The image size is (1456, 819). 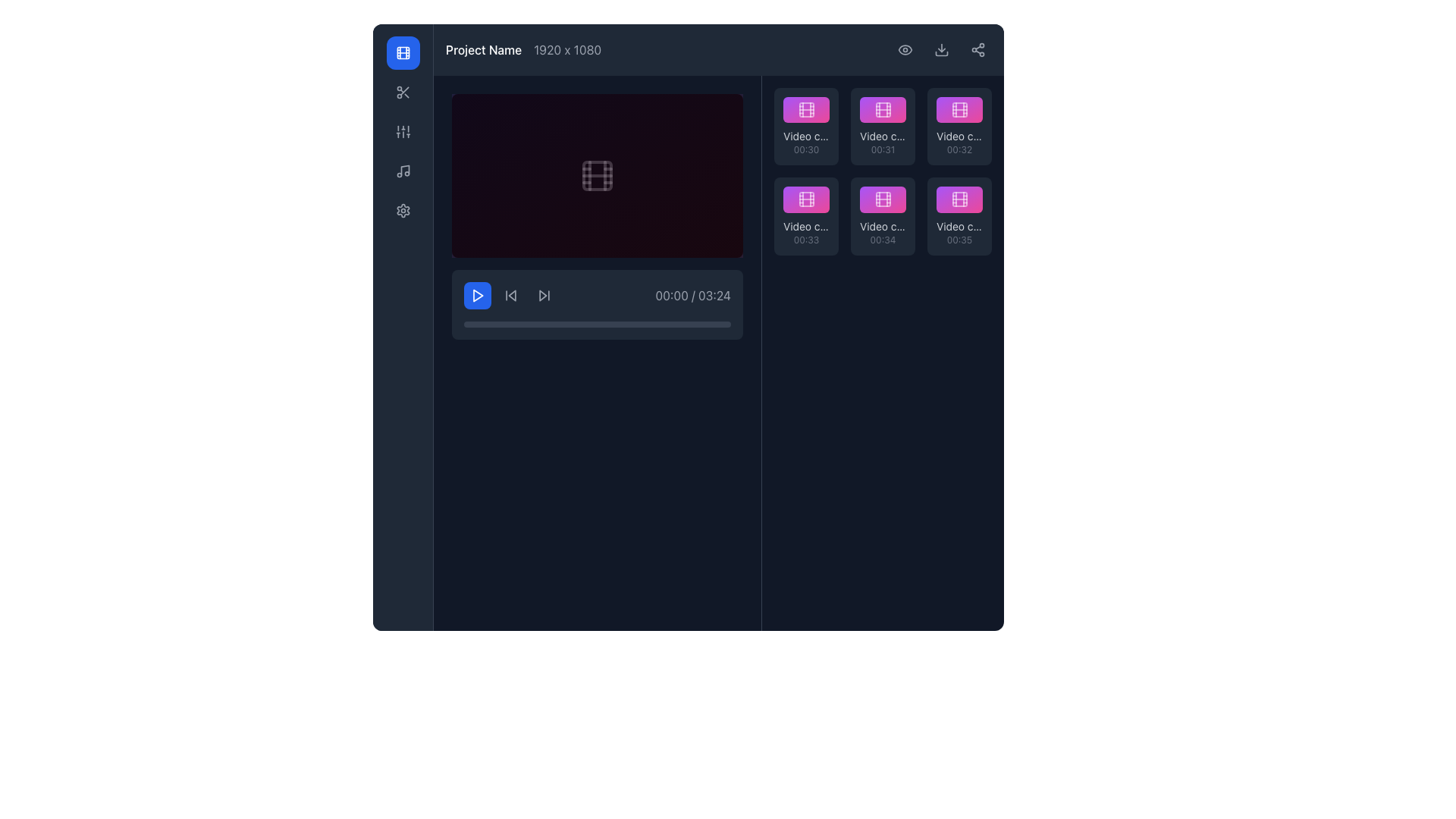 What do you see at coordinates (477, 295) in the screenshot?
I see `the play button icon, which is a small white triangular shape inside a rounded square blue button` at bounding box center [477, 295].